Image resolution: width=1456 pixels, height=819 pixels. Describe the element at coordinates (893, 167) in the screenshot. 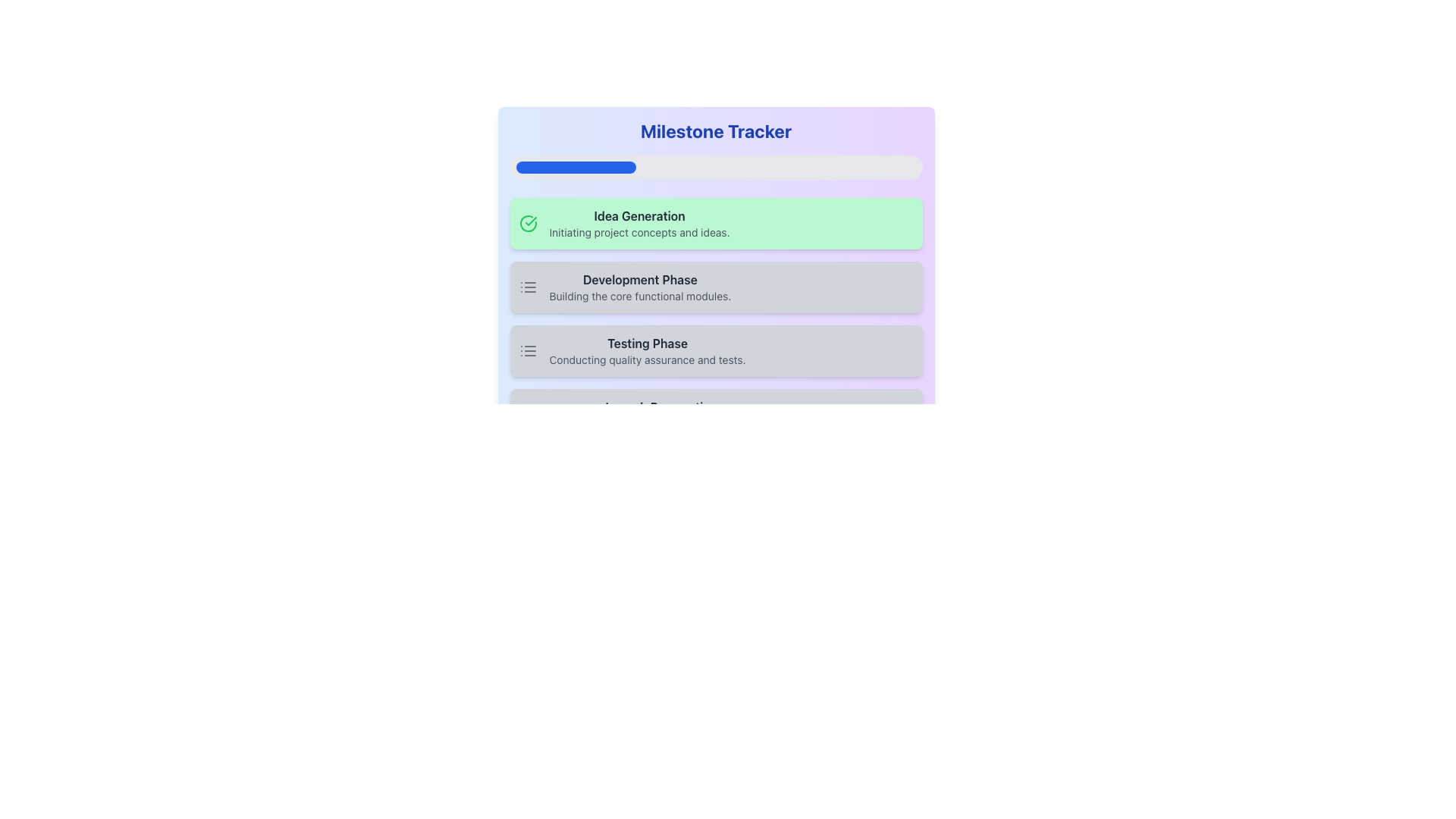

I see `the progress bar` at that location.